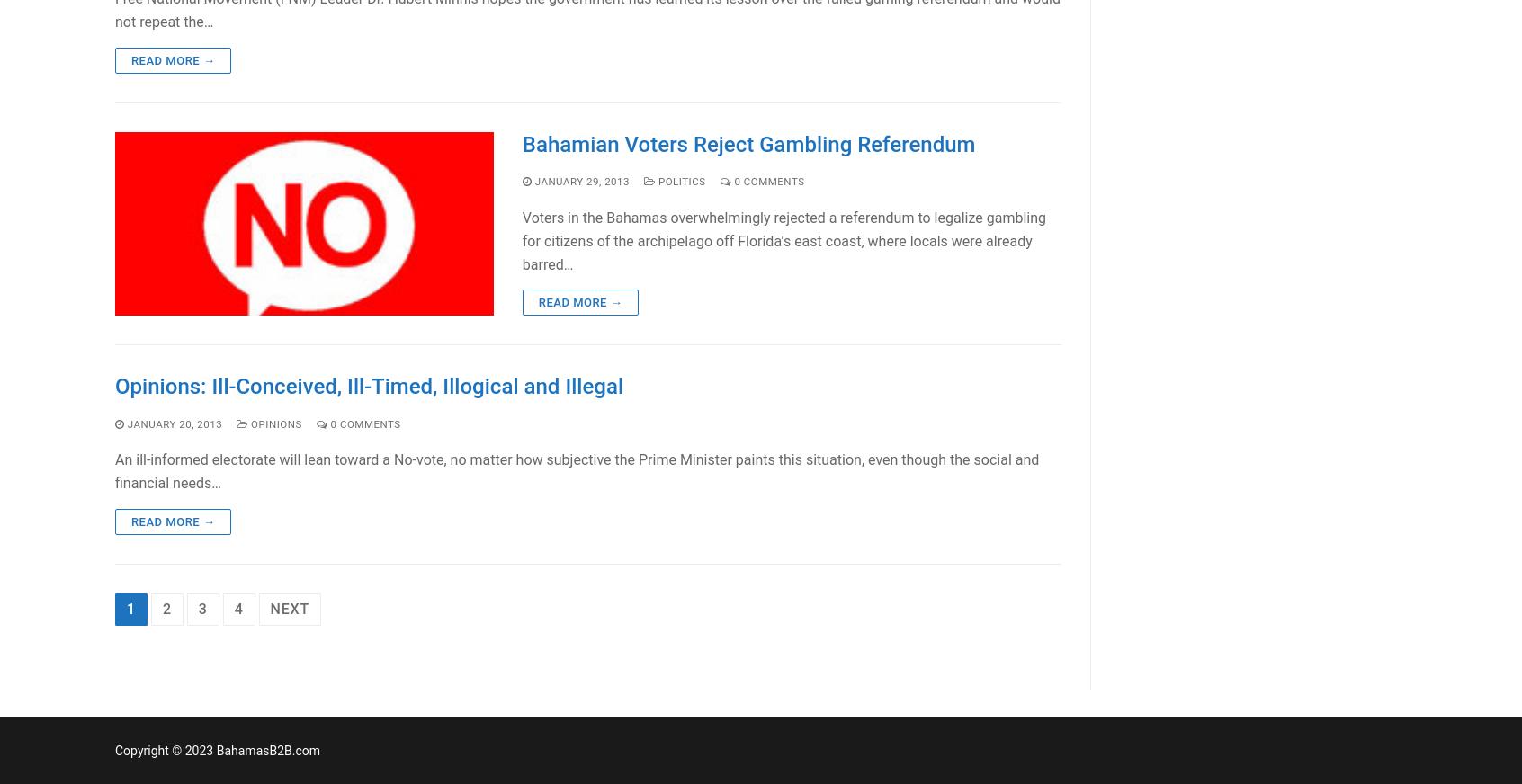  I want to click on 'Politics', so click(678, 180).